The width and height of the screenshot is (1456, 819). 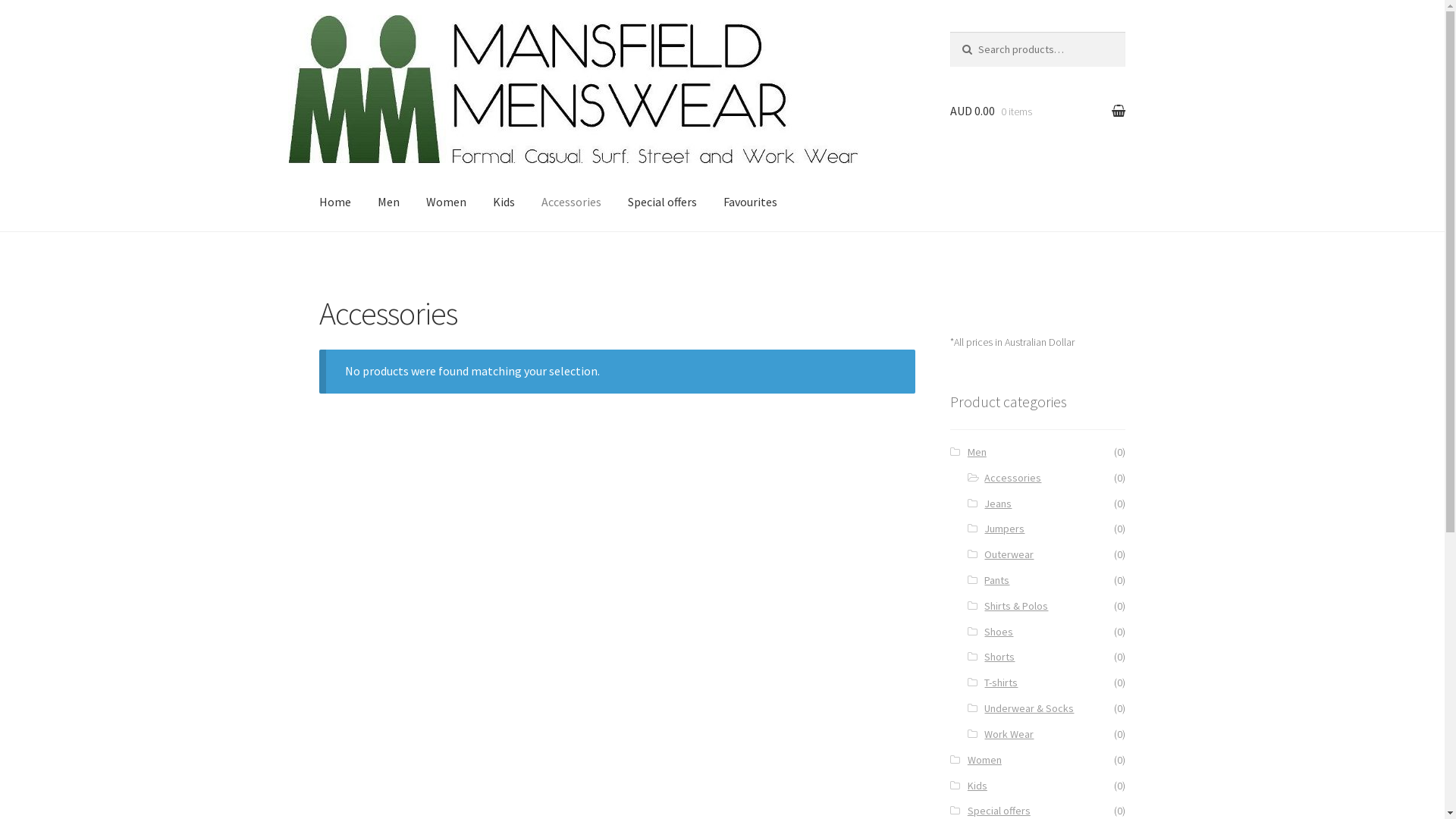 I want to click on 'Kids', so click(x=977, y=785).